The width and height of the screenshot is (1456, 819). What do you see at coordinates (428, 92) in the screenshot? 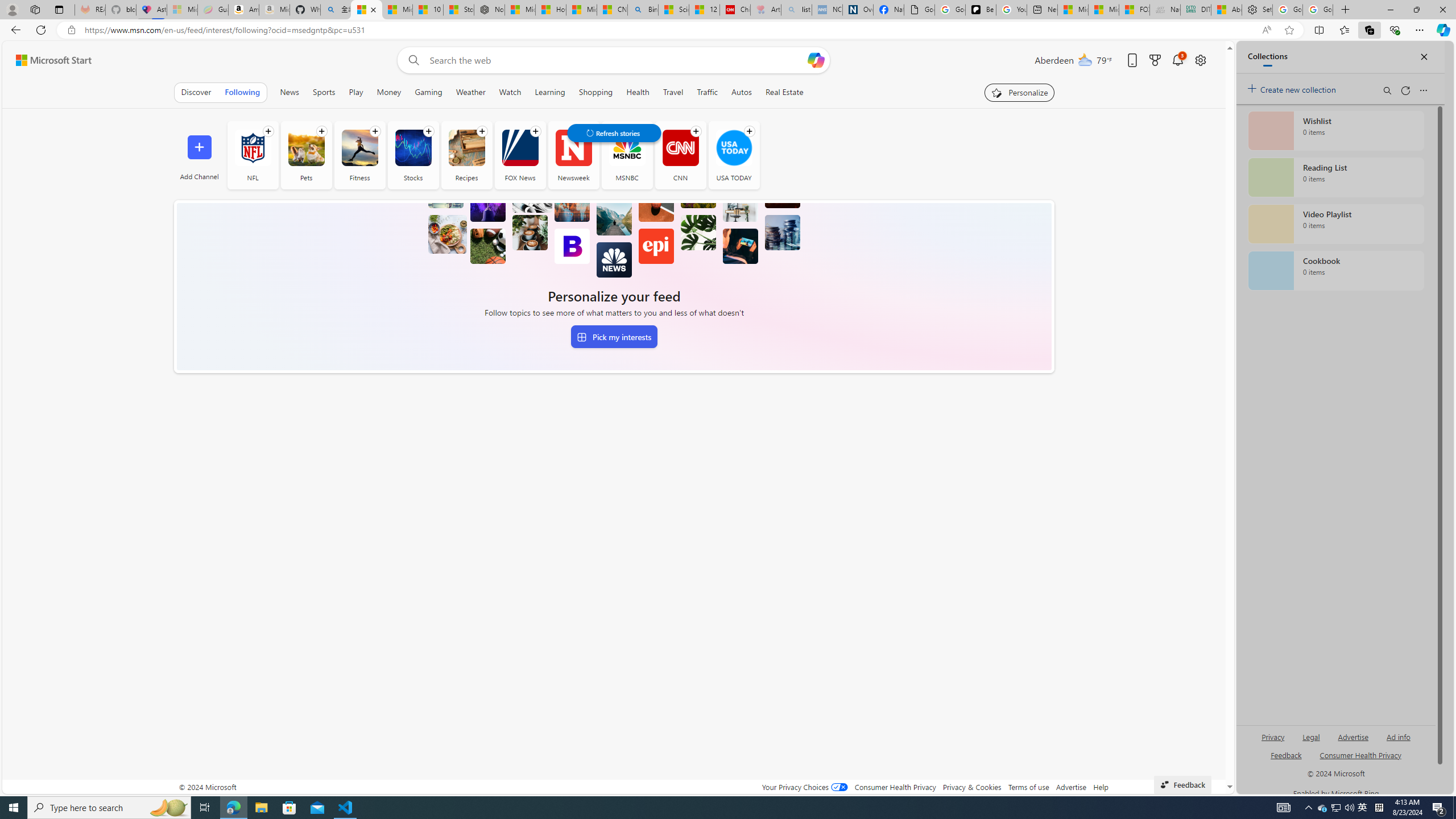
I see `'Gaming'` at bounding box center [428, 92].